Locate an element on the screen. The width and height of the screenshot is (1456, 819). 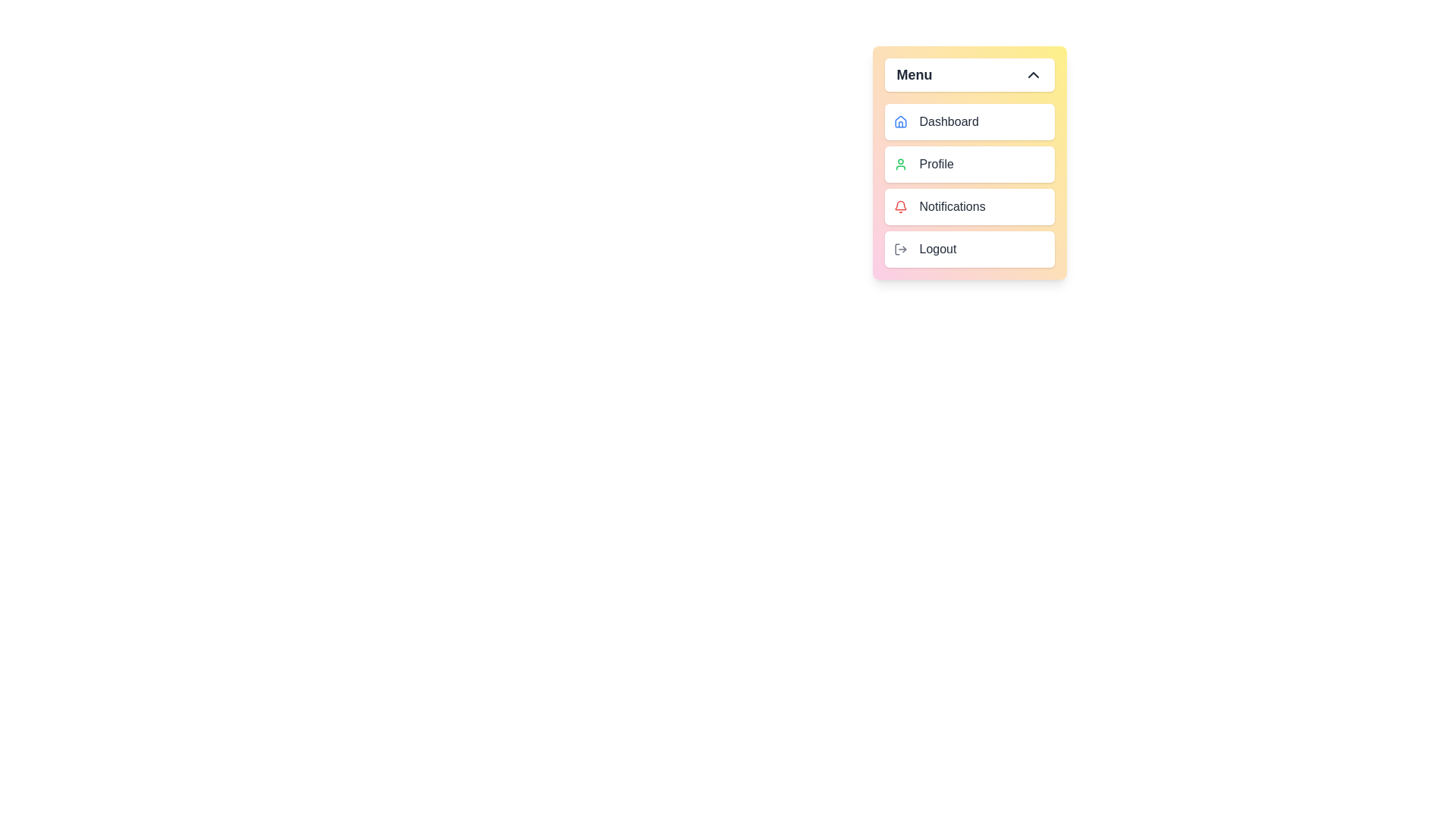
the menu item labeled Dashboard is located at coordinates (968, 121).